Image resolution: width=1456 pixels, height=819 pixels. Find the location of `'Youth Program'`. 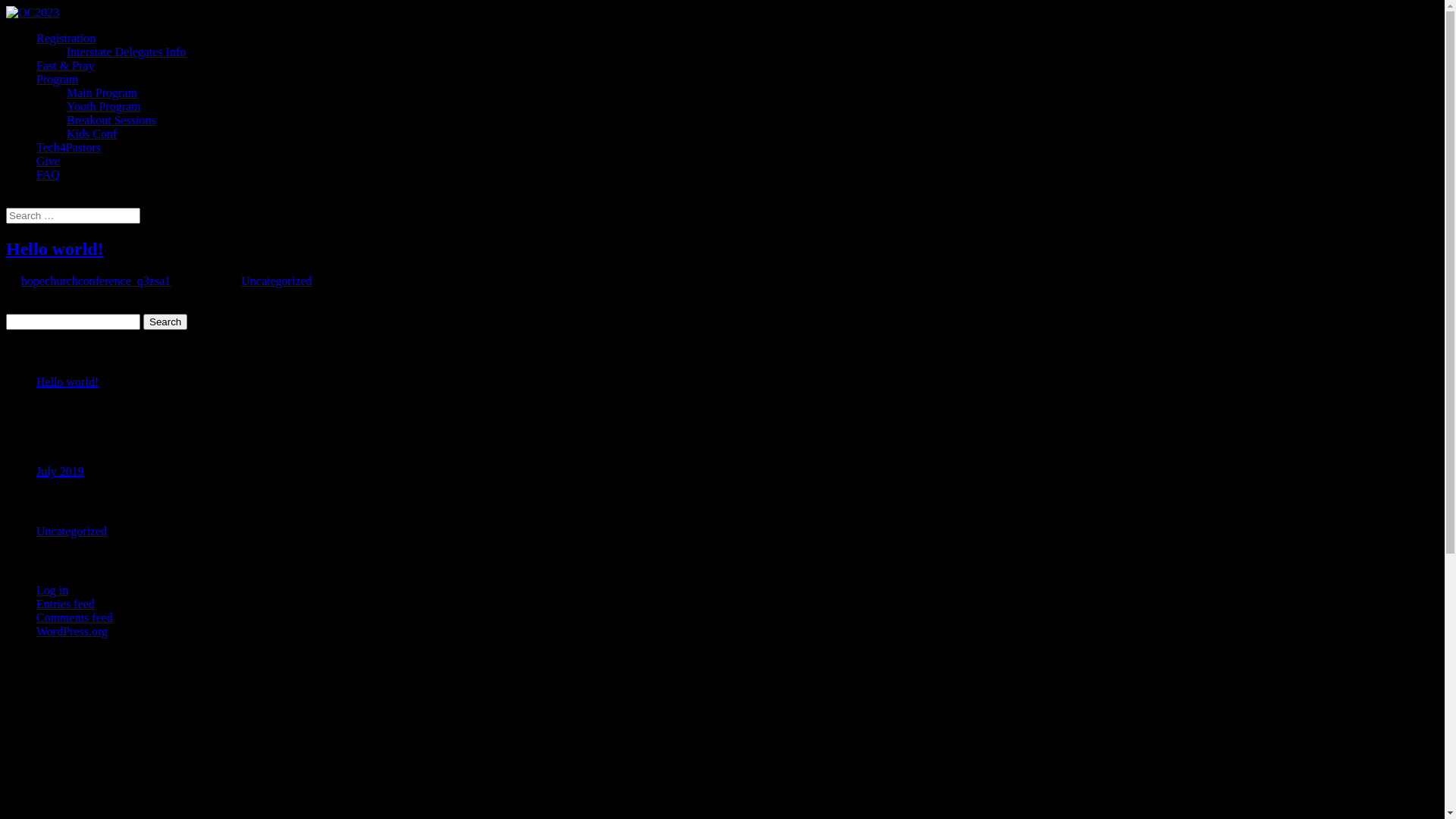

'Youth Program' is located at coordinates (103, 105).